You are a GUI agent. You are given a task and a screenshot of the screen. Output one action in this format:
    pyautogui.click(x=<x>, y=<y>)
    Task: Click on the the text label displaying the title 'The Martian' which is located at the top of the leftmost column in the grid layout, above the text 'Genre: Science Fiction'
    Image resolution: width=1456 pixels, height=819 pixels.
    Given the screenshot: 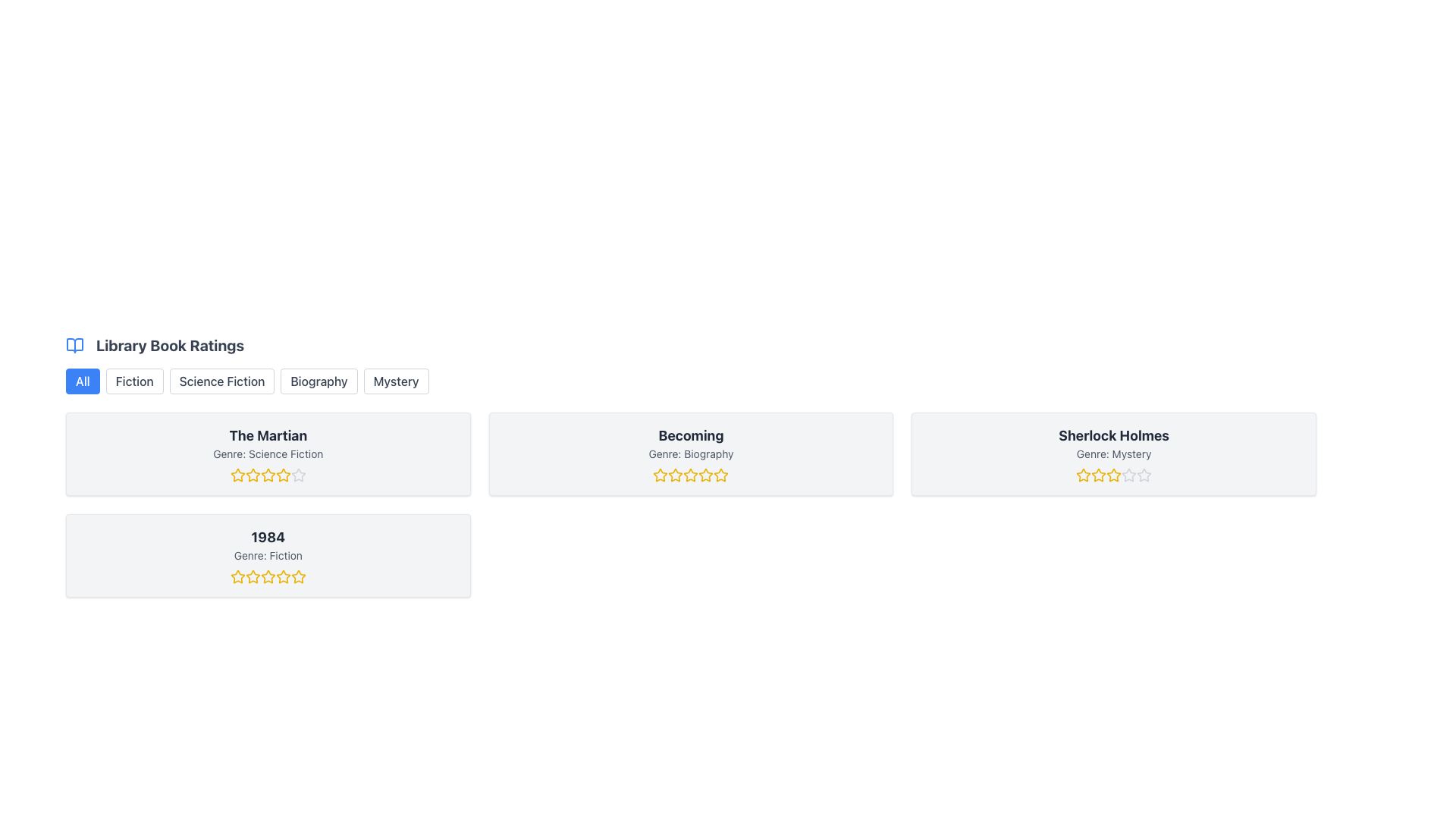 What is the action you would take?
    pyautogui.click(x=268, y=435)
    